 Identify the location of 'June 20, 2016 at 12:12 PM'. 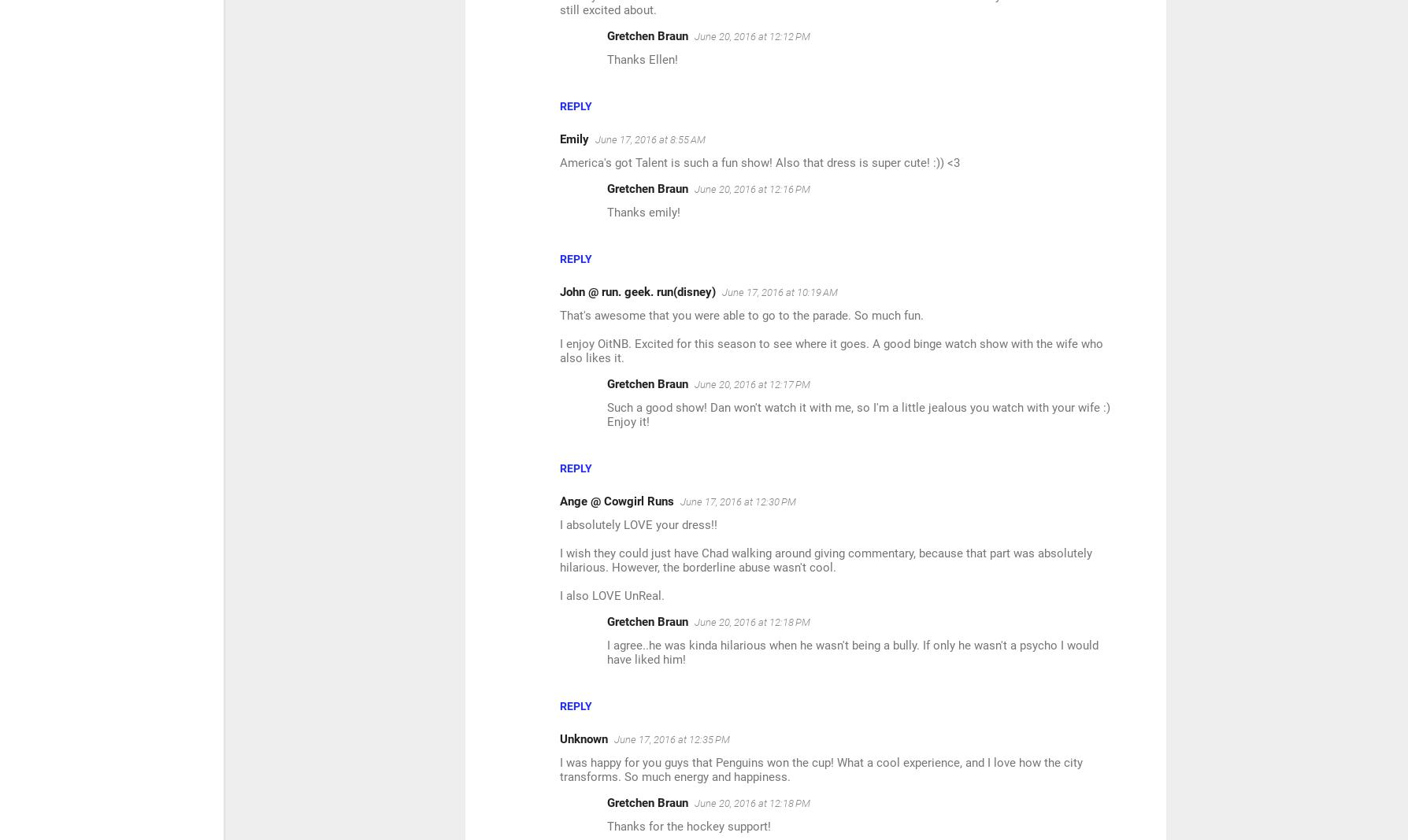
(694, 35).